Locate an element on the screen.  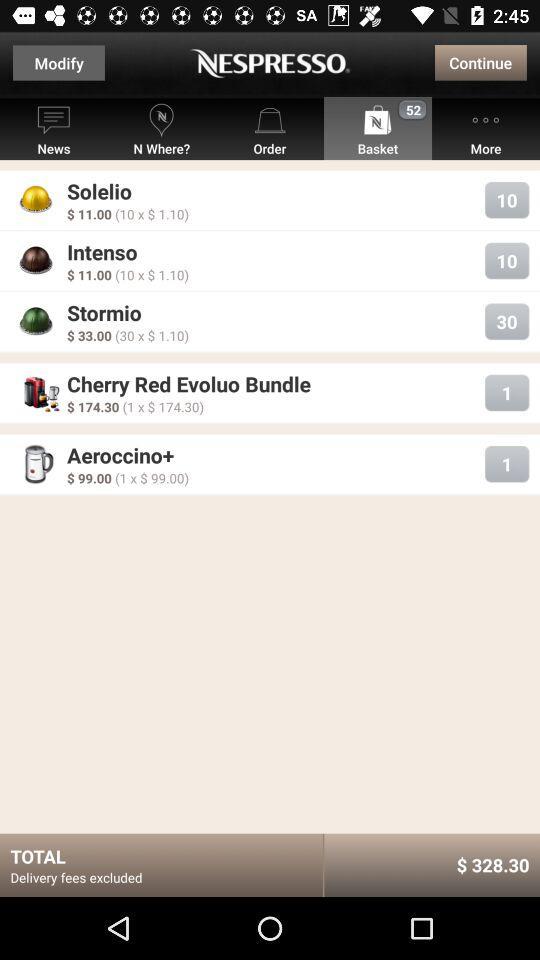
the button next to solelio is located at coordinates (507, 200).